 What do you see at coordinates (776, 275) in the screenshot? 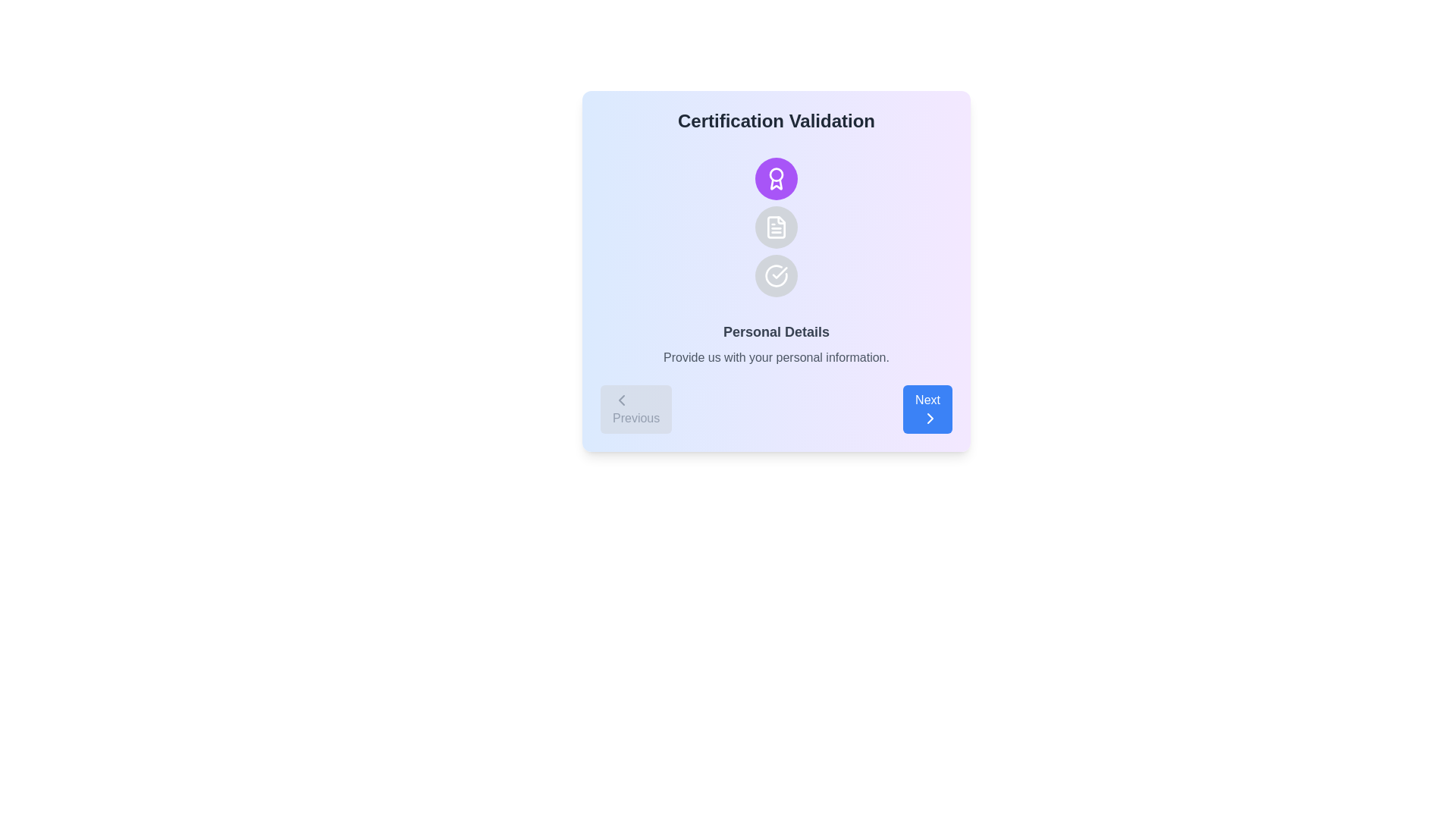
I see `the completion status icon located centrally within the circular area with a gray background, which is the third icon in a vertical sequence under 'Certification Validation'` at bounding box center [776, 275].